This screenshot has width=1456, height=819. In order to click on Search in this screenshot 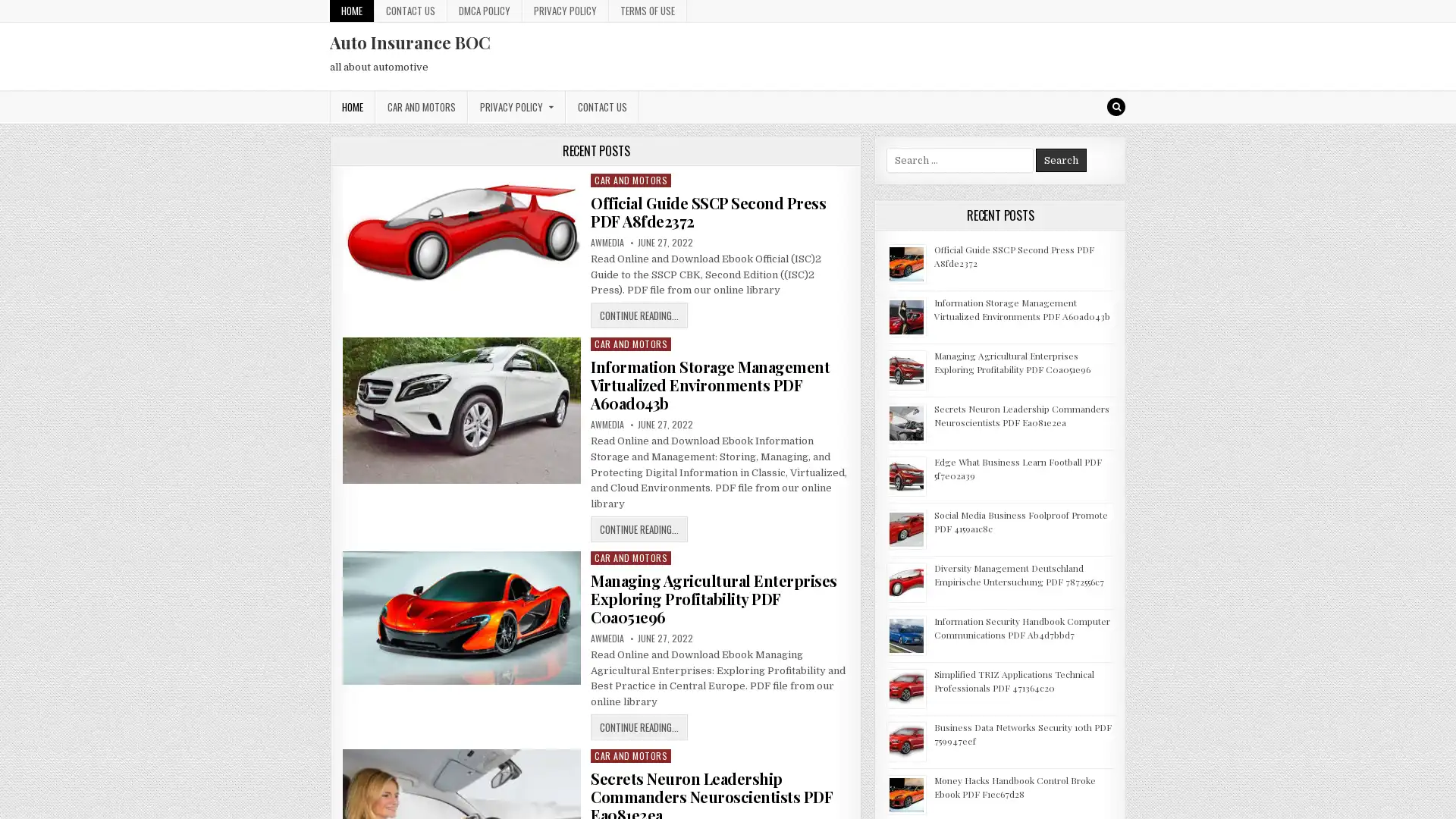, I will do `click(1060, 160)`.